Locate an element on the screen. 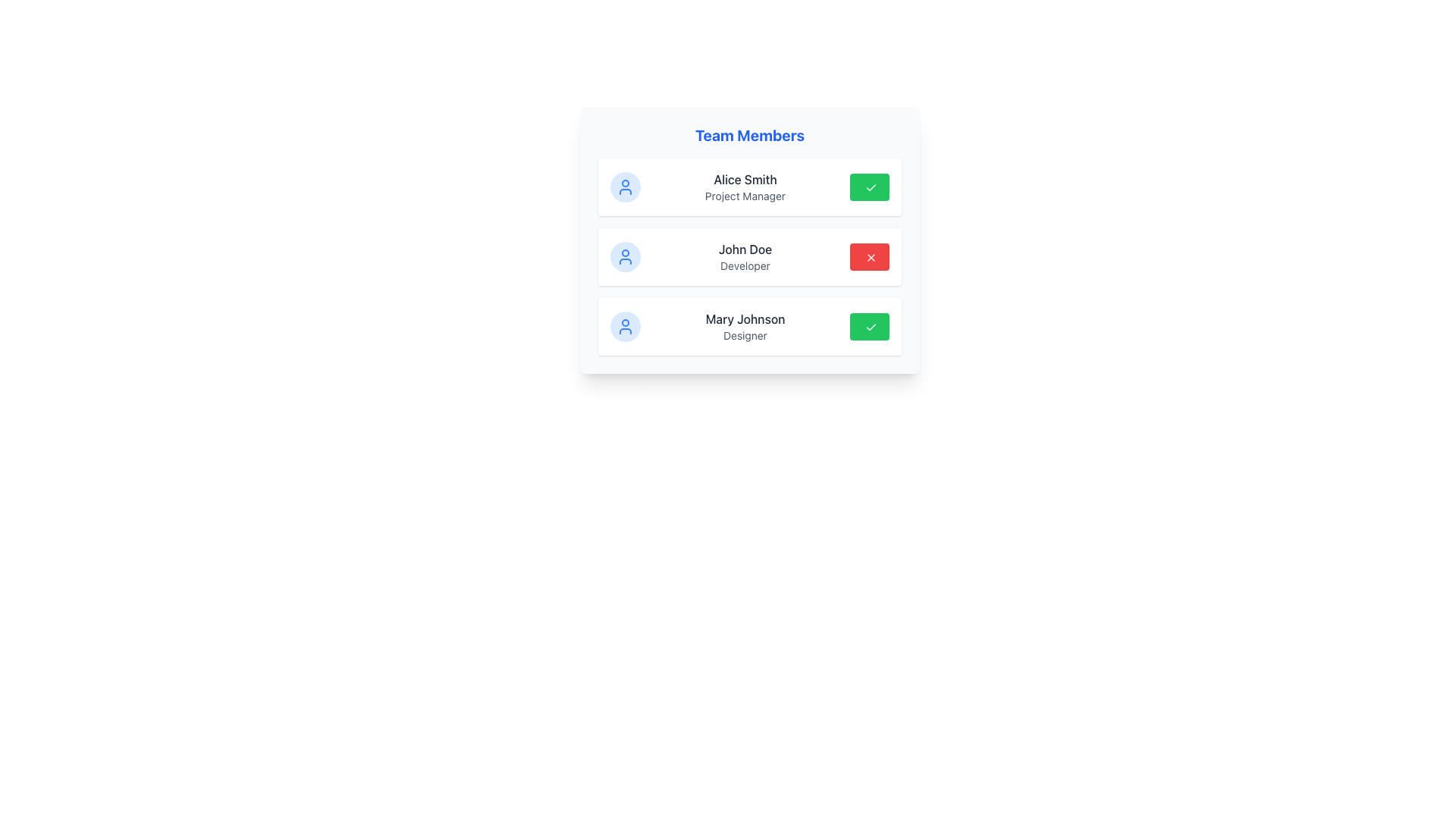 The height and width of the screenshot is (819, 1456). the text label displaying 'John Doe' in the 'Team Members' section, which is centrally located in the second row of the list is located at coordinates (745, 248).